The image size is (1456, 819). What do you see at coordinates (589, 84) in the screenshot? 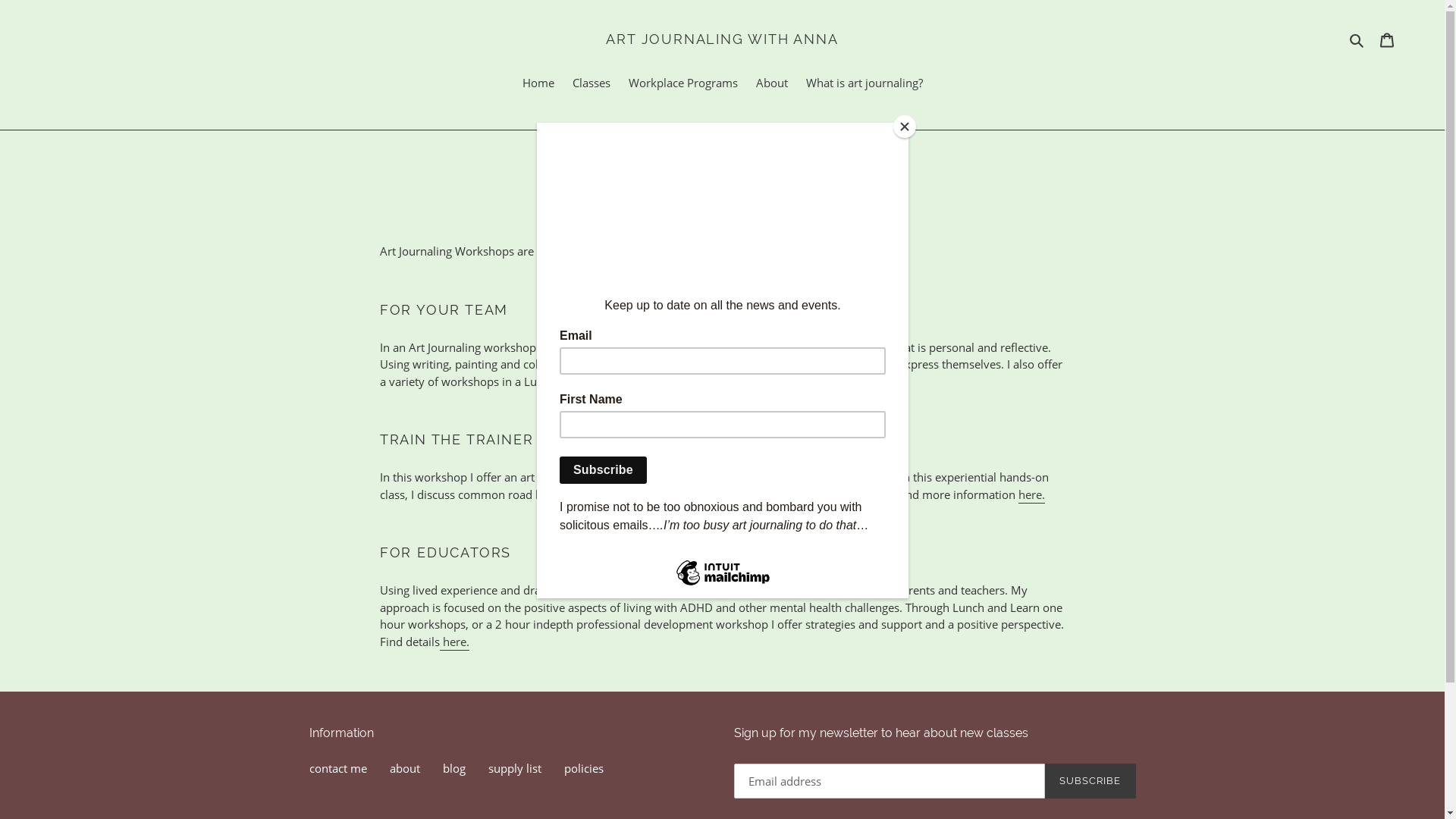
I see `'Classes'` at bounding box center [589, 84].